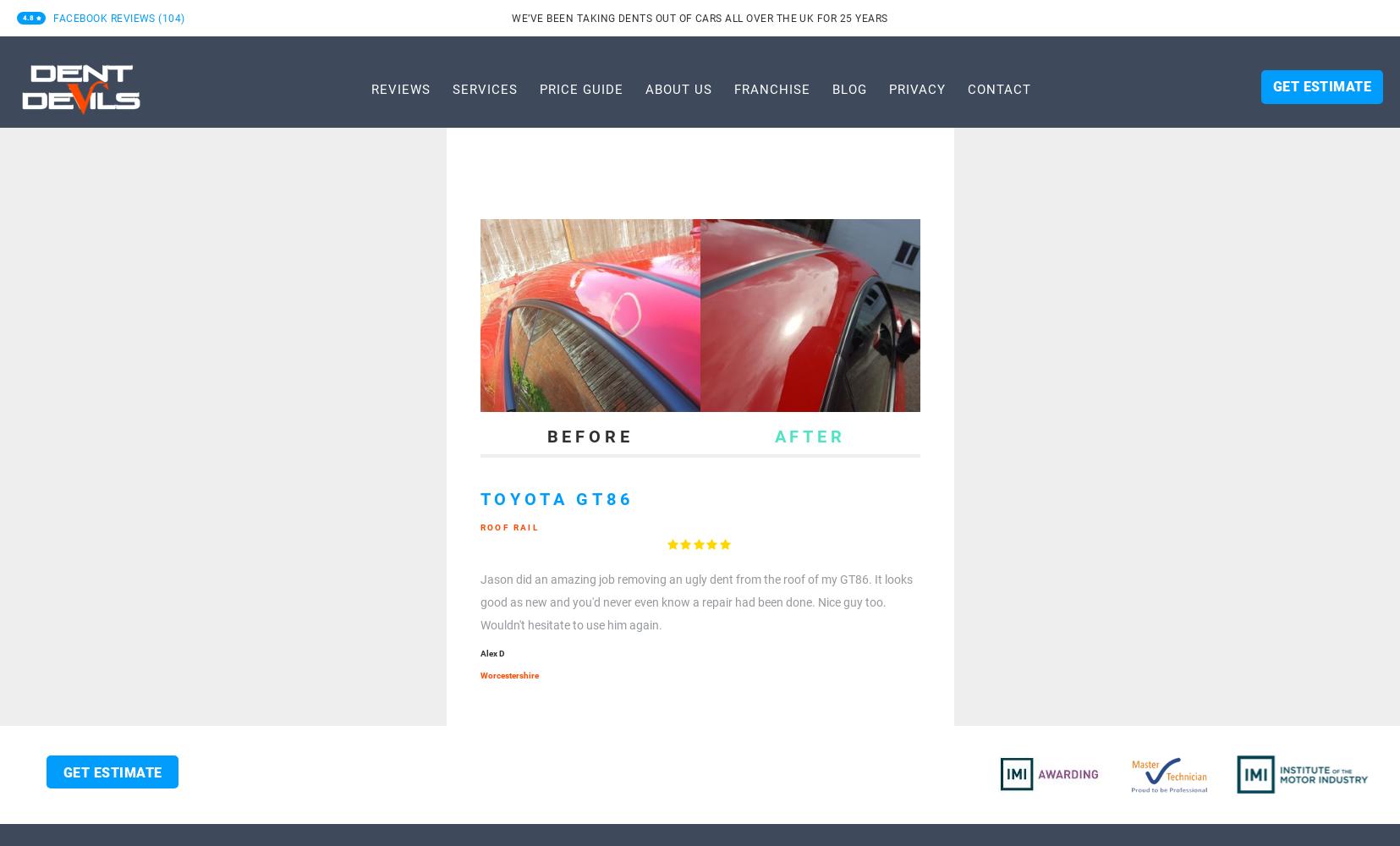  I want to click on 'WE’VE BEEN TAKING DENTS OUT OF CARS ALL OVER THE UK FOR 25 YEARS', so click(699, 19).